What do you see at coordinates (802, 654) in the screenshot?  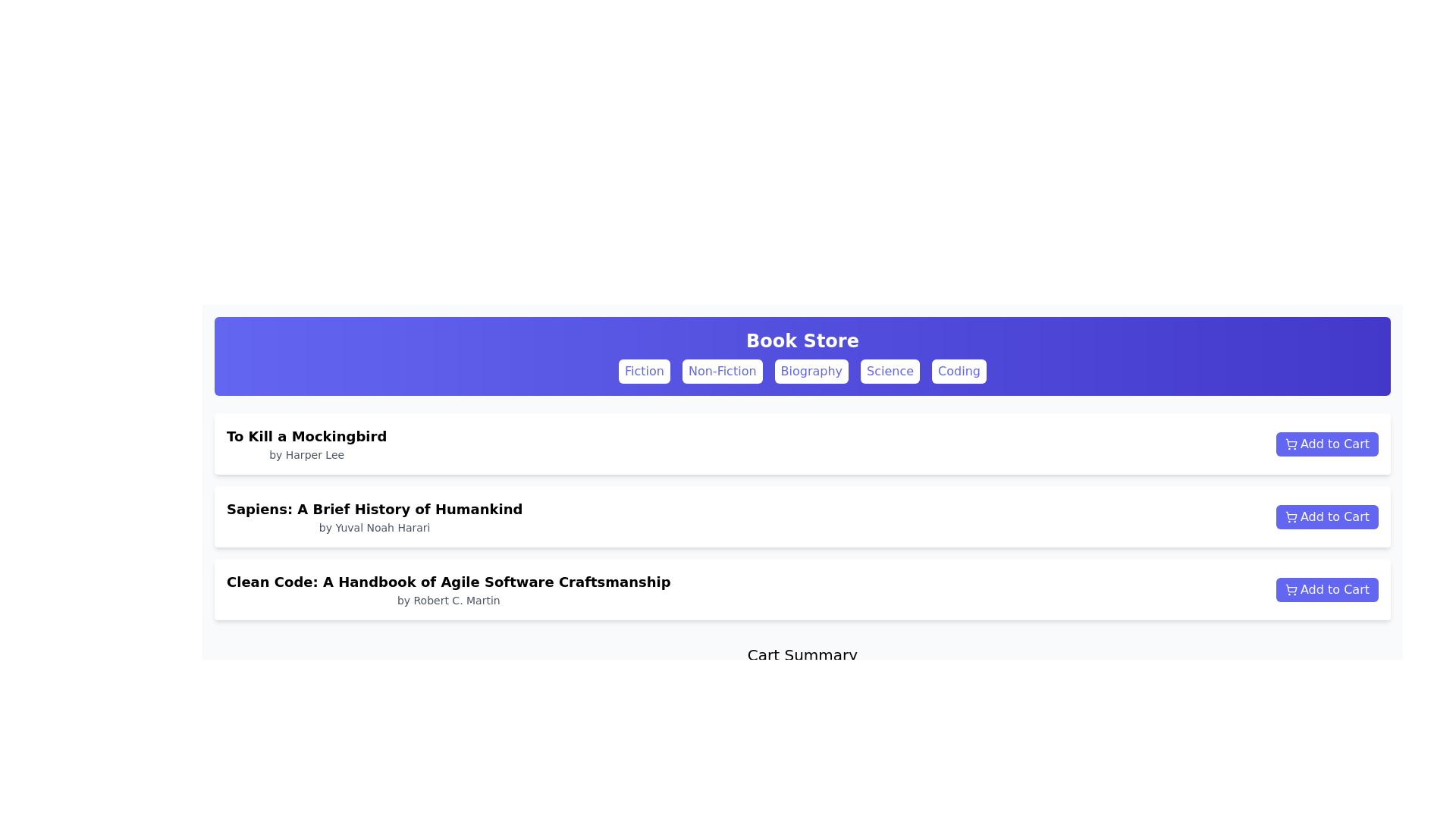 I see `the section header text label that marks the beginning of the cart summary section, which is located at the bottom of the book items list` at bounding box center [802, 654].